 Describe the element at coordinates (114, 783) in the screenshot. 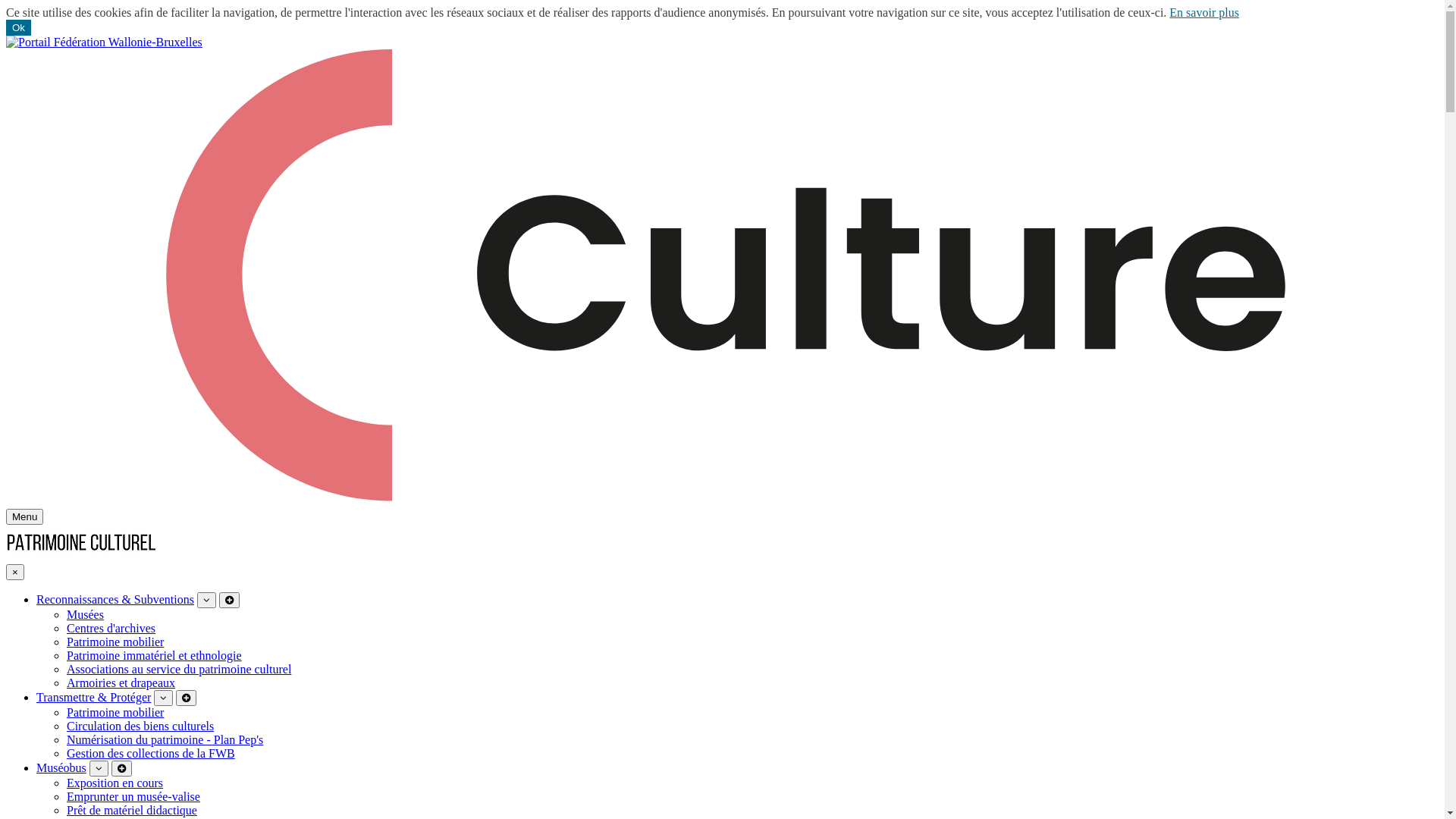

I see `'Exposition en cours'` at that location.